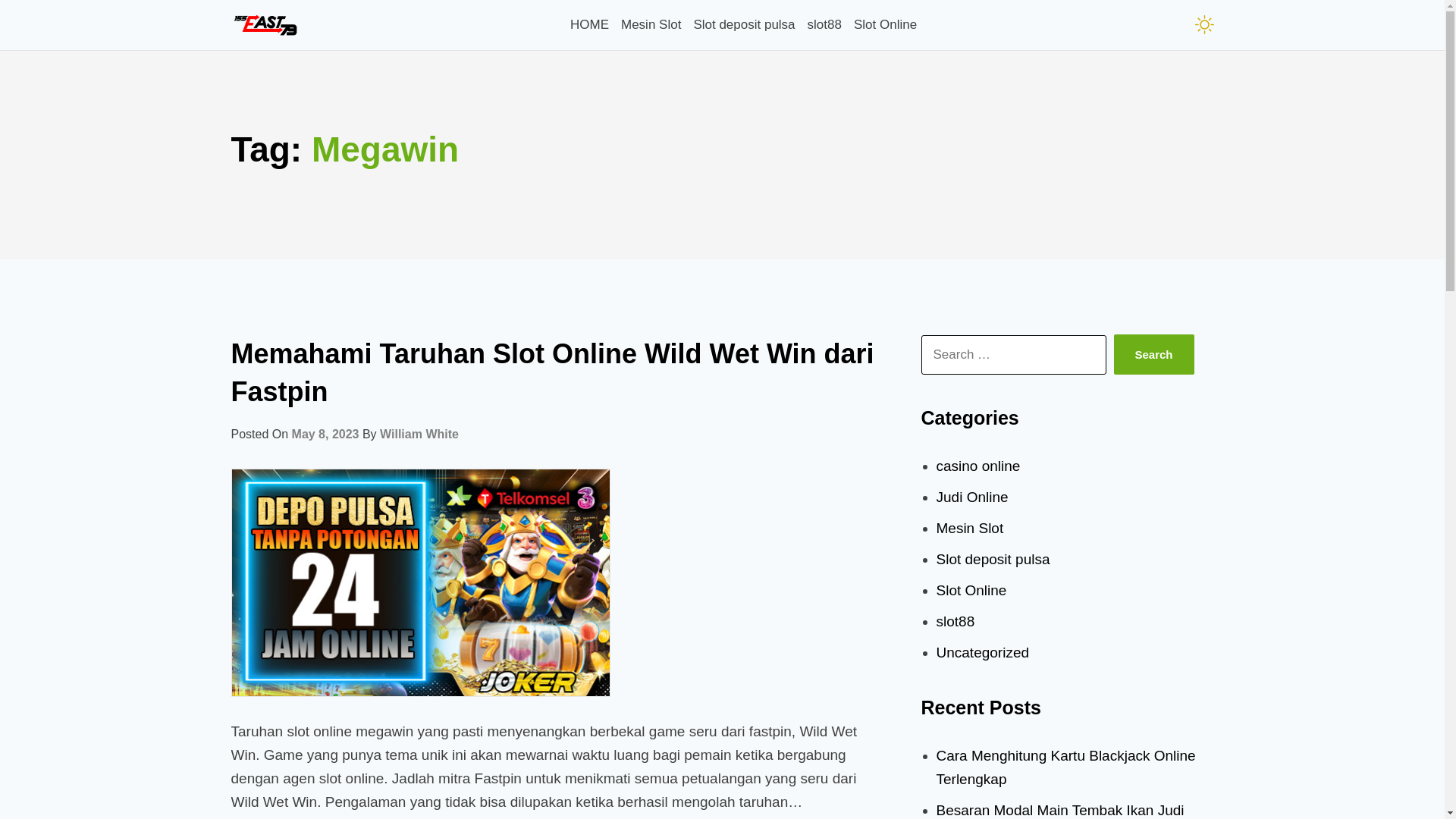 The width and height of the screenshot is (1456, 819). I want to click on 'Slot Online', so click(885, 24).